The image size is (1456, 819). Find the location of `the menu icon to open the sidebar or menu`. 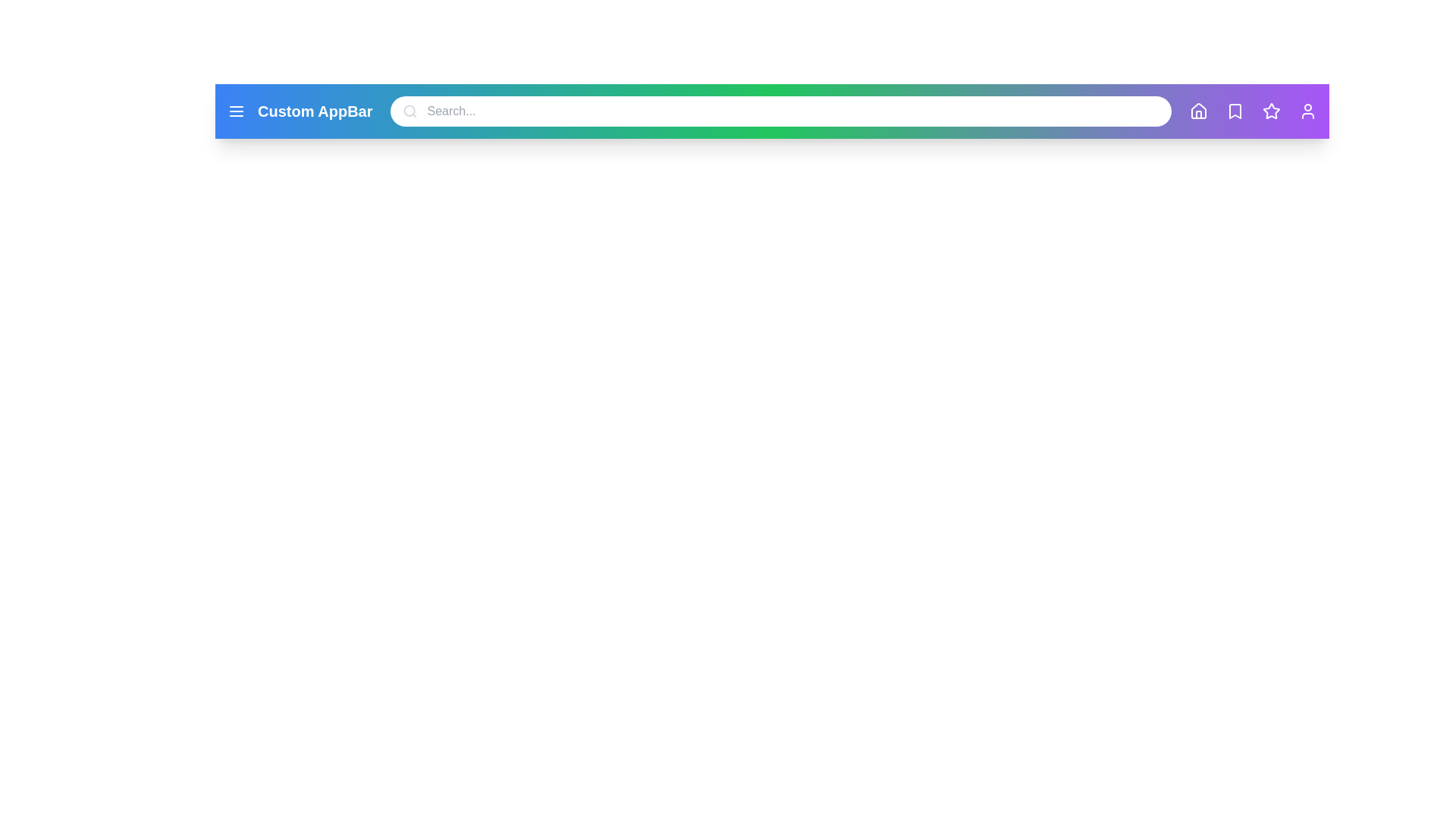

the menu icon to open the sidebar or menu is located at coordinates (236, 110).